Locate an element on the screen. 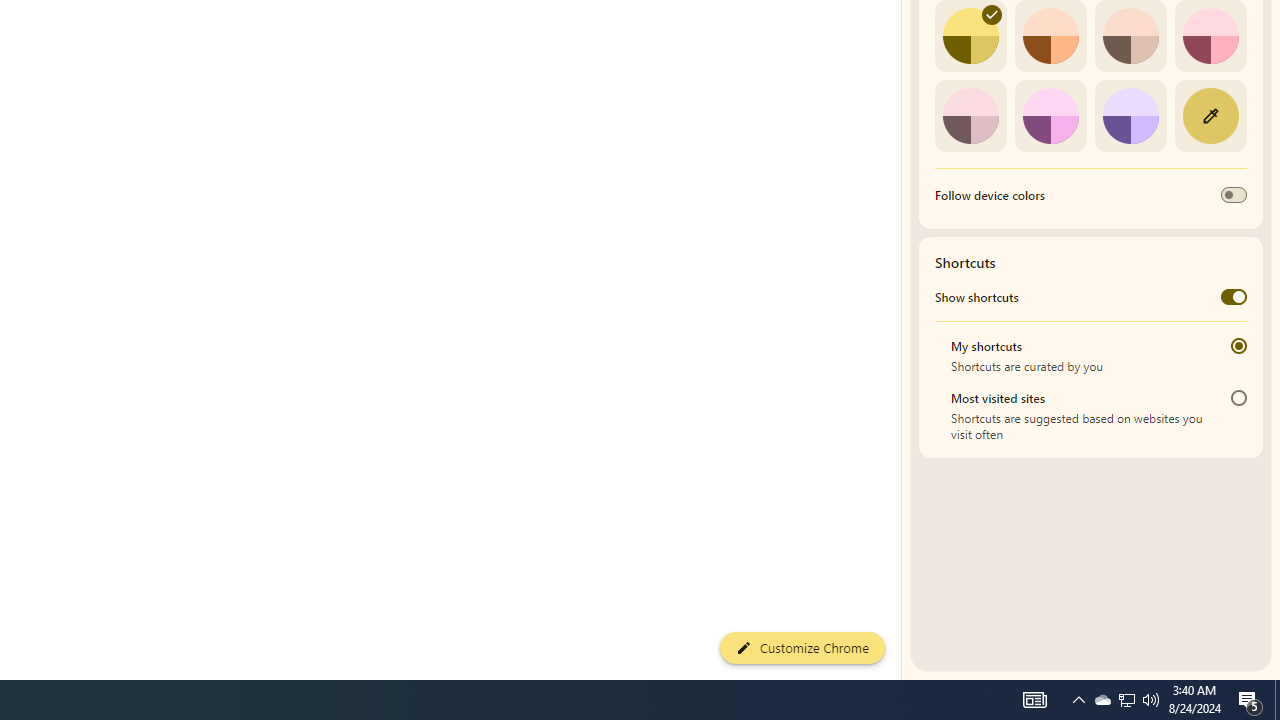  'Orange' is located at coordinates (1049, 36).